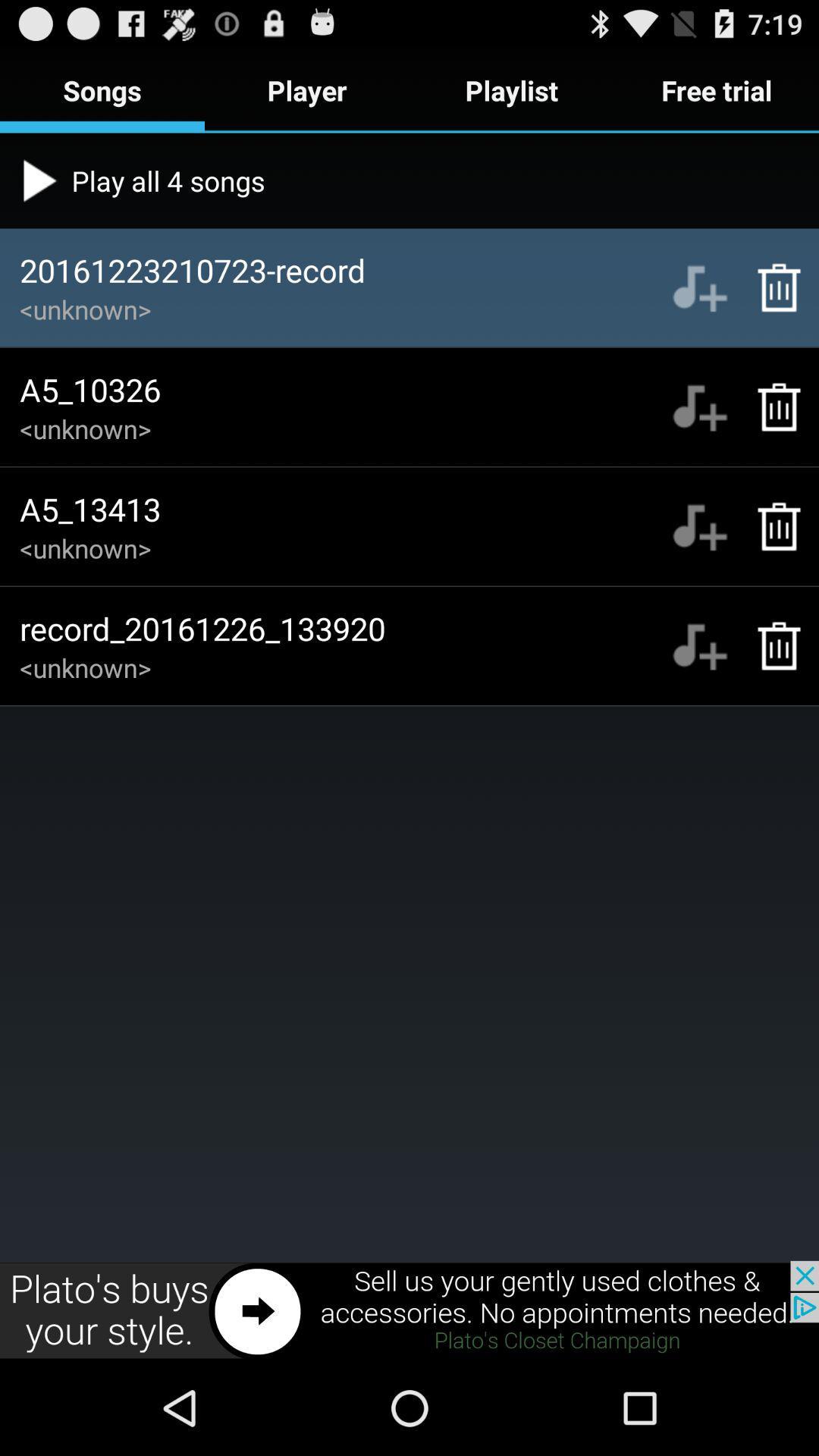 The width and height of the screenshot is (819, 1456). What do you see at coordinates (771, 287) in the screenshot?
I see `delete the record` at bounding box center [771, 287].